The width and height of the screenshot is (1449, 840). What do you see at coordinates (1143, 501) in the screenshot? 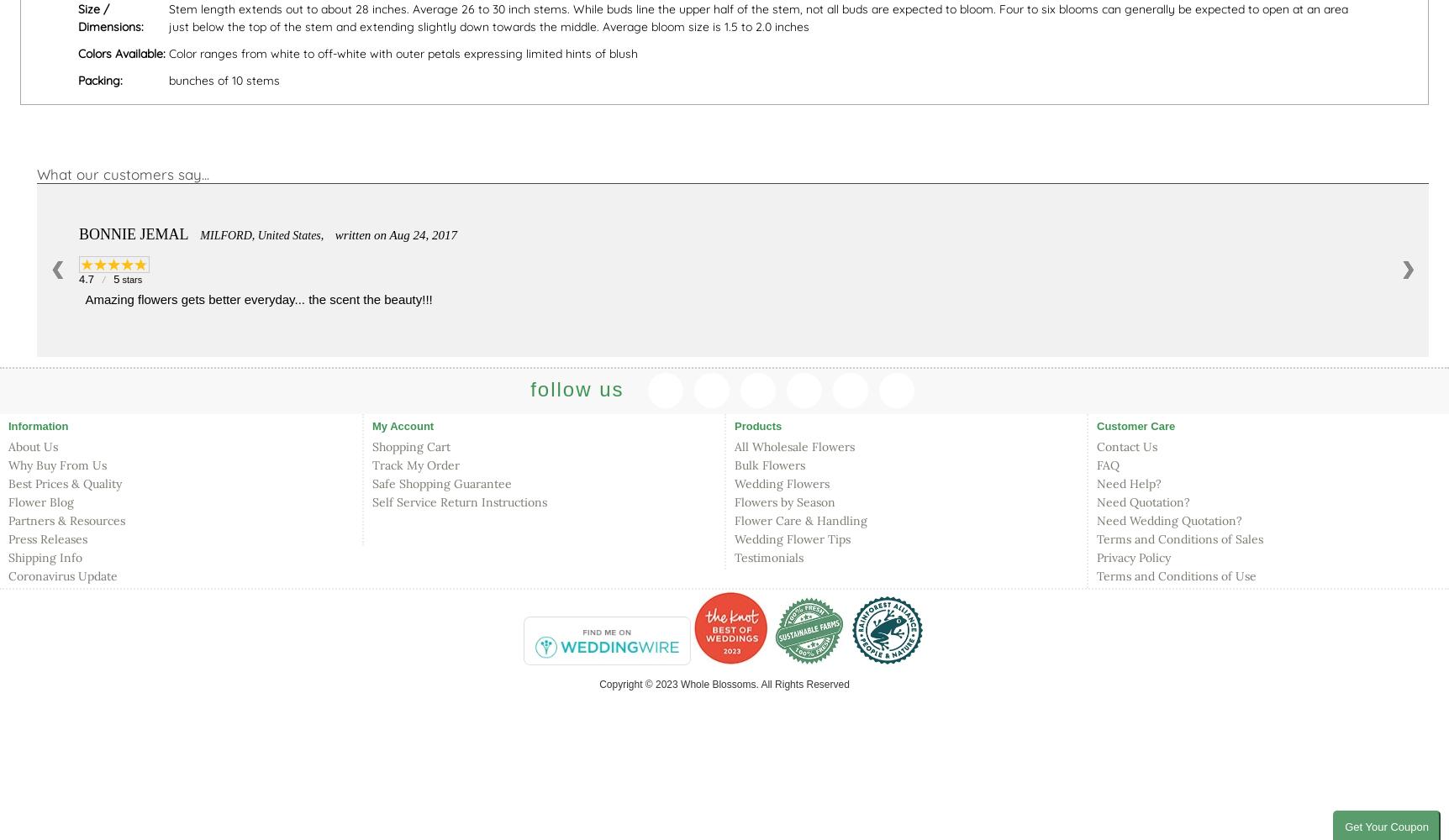
I see `'Need Quotation?'` at bounding box center [1143, 501].